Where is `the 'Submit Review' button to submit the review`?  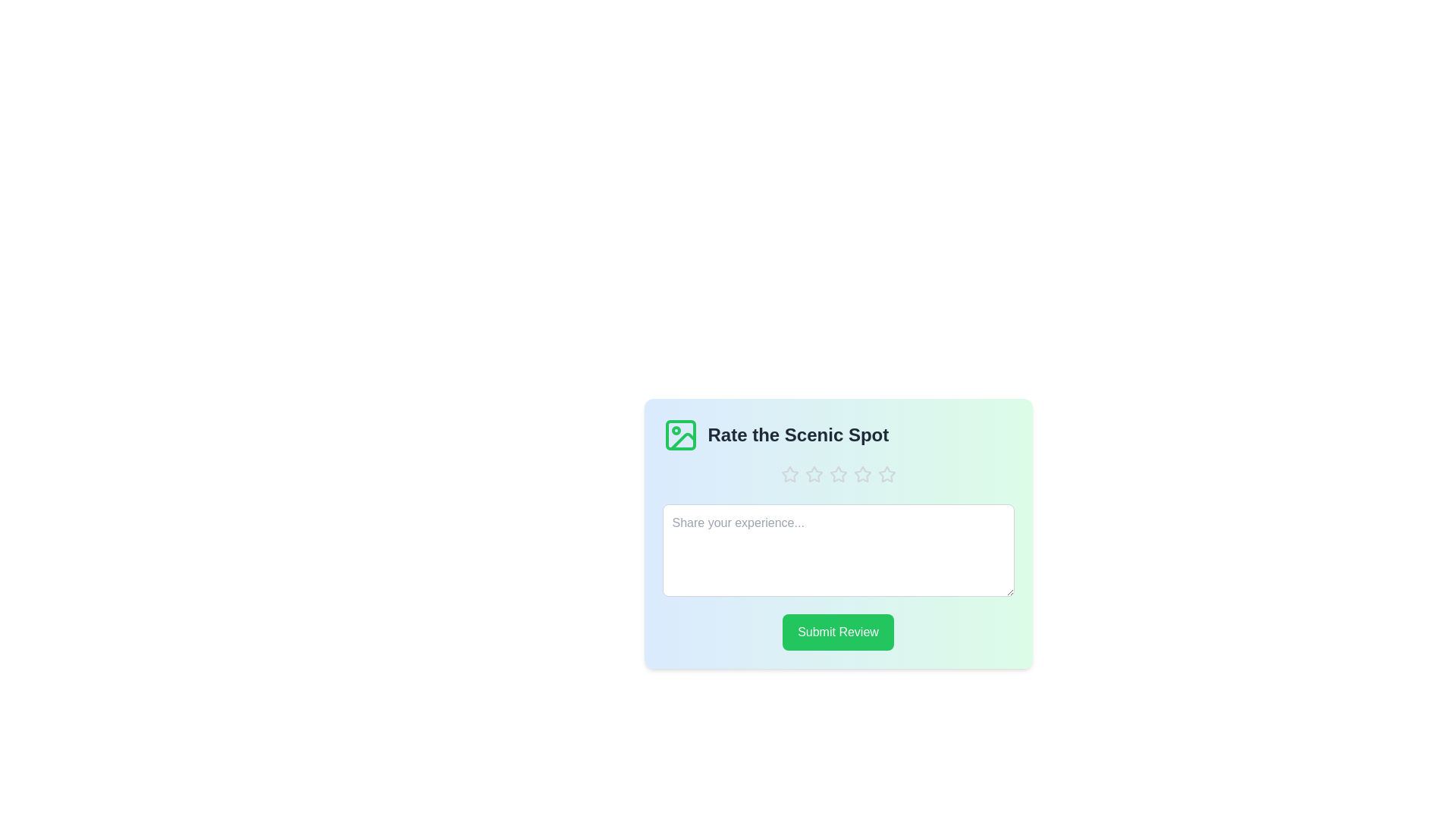 the 'Submit Review' button to submit the review is located at coordinates (837, 632).